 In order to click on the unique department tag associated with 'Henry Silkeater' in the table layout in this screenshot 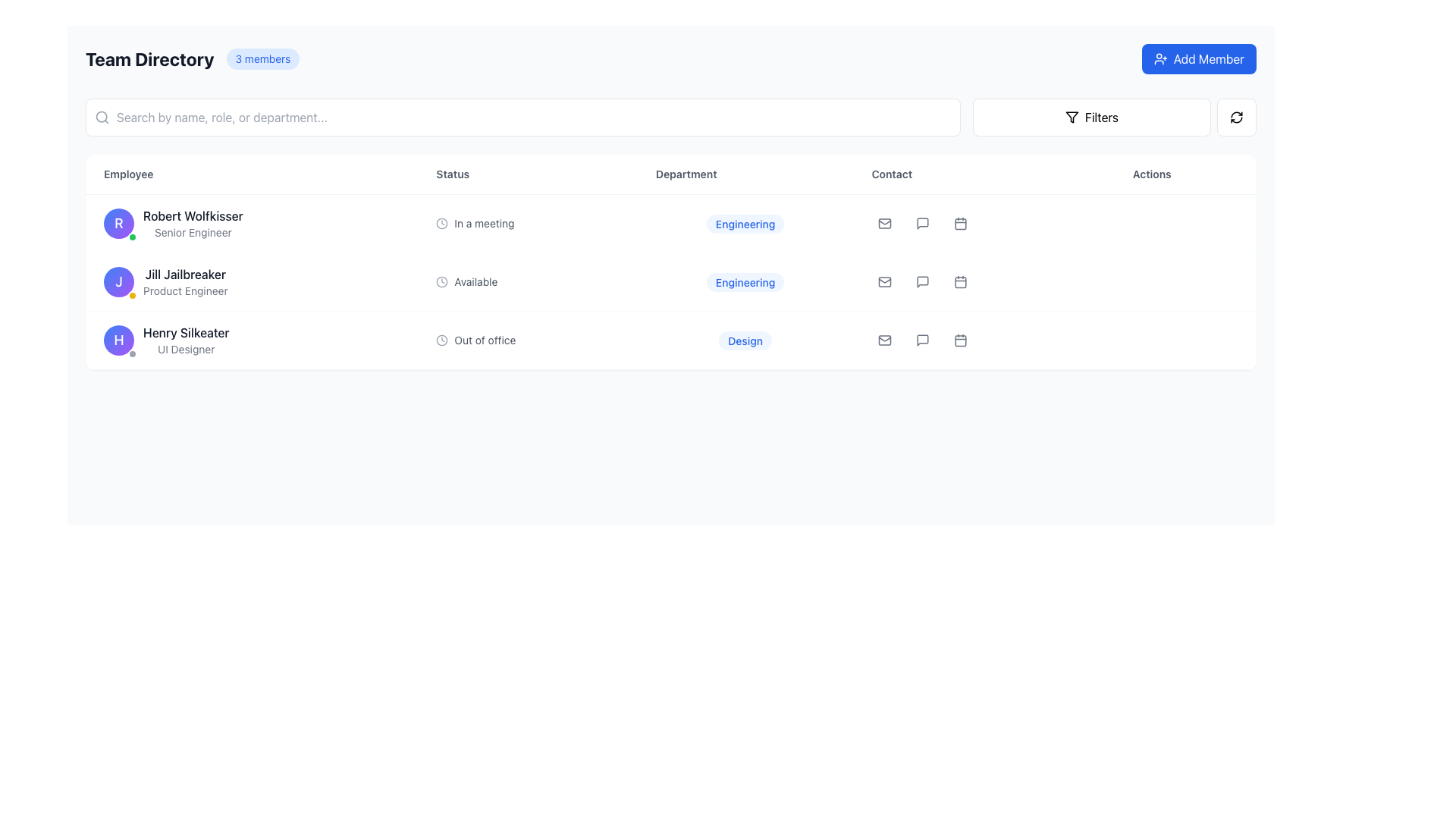, I will do `click(745, 340)`.